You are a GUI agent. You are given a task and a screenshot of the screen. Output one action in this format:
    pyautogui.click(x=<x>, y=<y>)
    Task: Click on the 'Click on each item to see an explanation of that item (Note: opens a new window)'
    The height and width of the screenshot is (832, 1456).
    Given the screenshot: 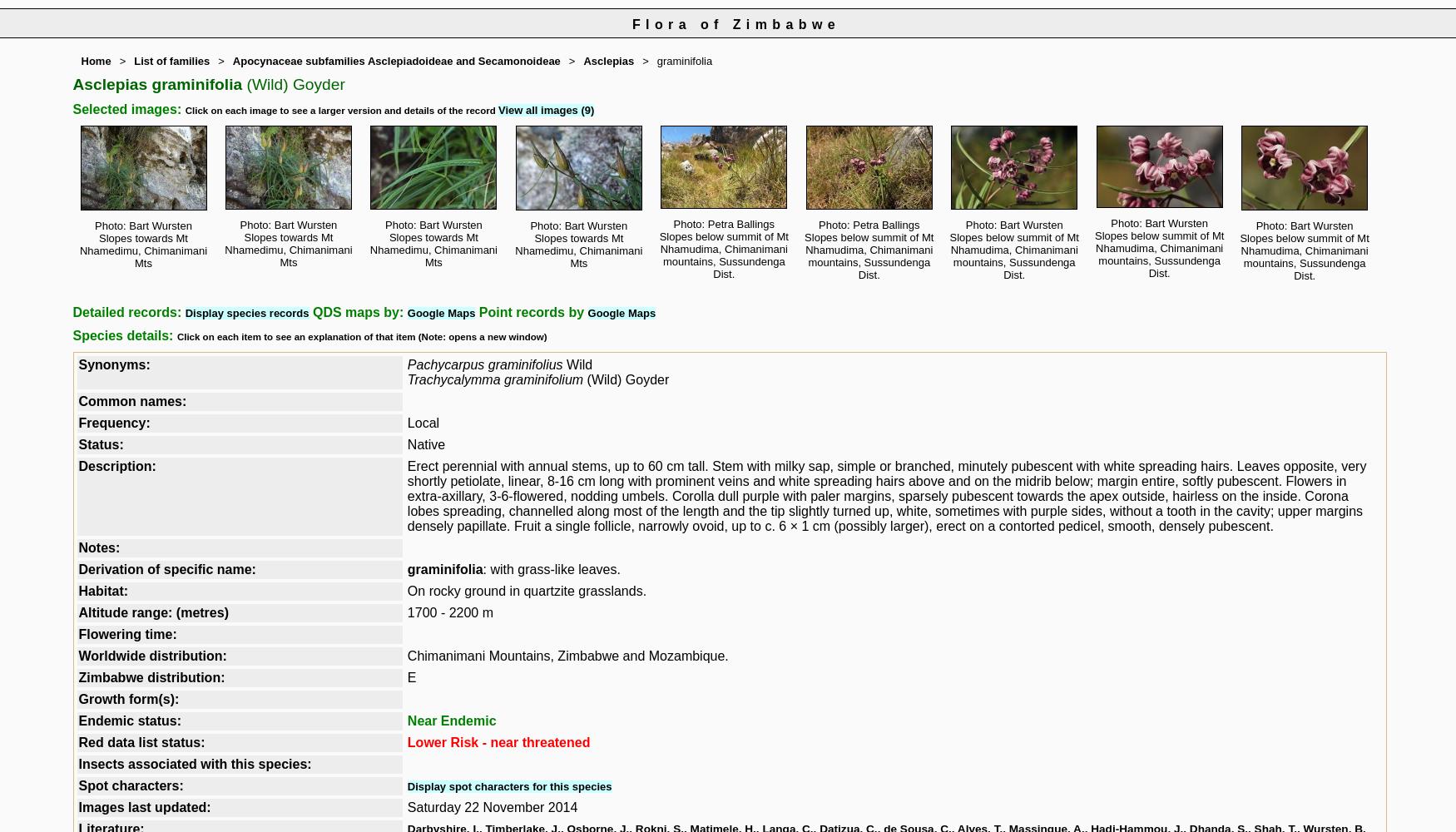 What is the action you would take?
    pyautogui.click(x=360, y=337)
    